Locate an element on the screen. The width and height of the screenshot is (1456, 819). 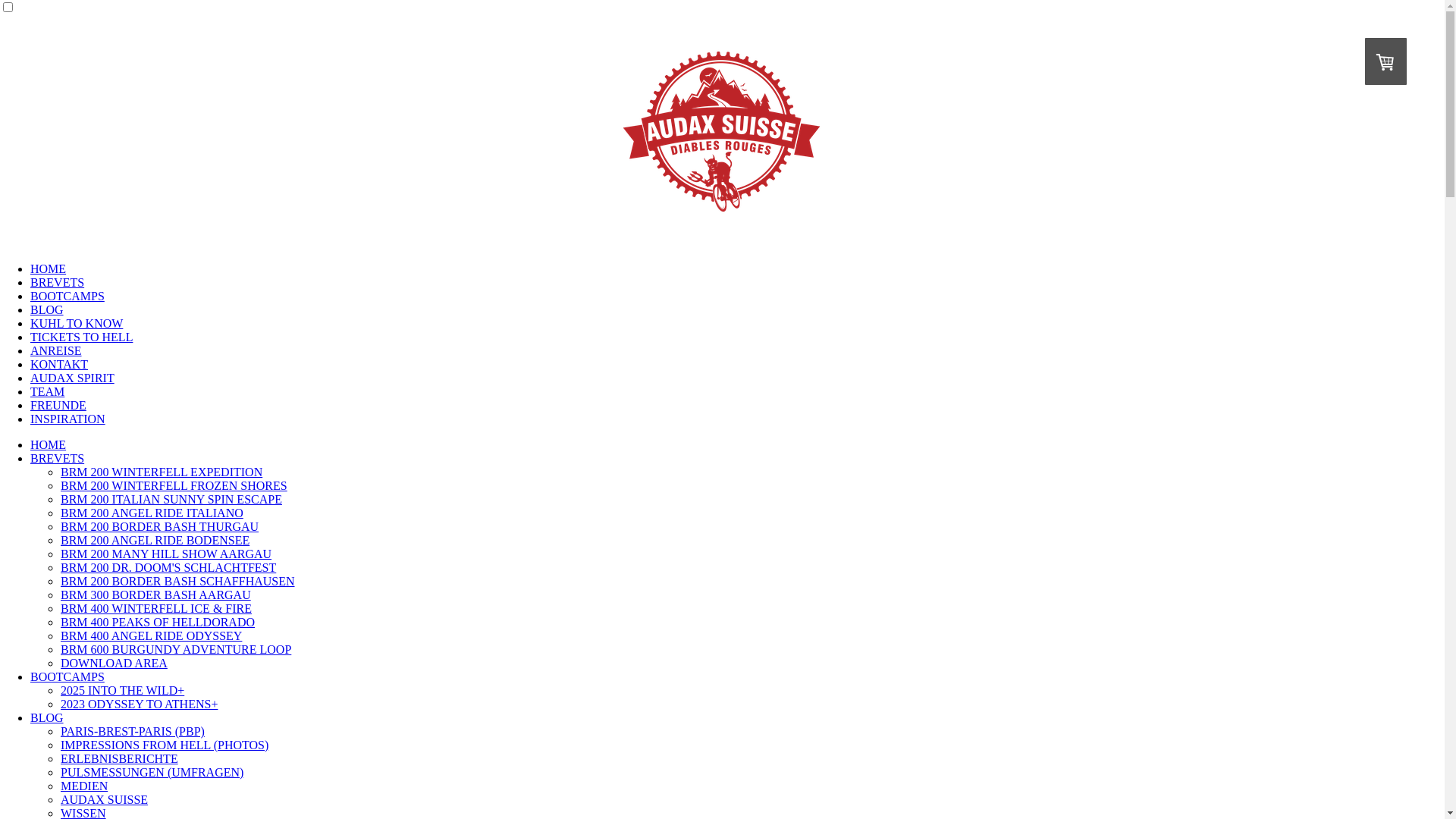
'BRM 400 PEAKS OF HELLDORADO' is located at coordinates (157, 622).